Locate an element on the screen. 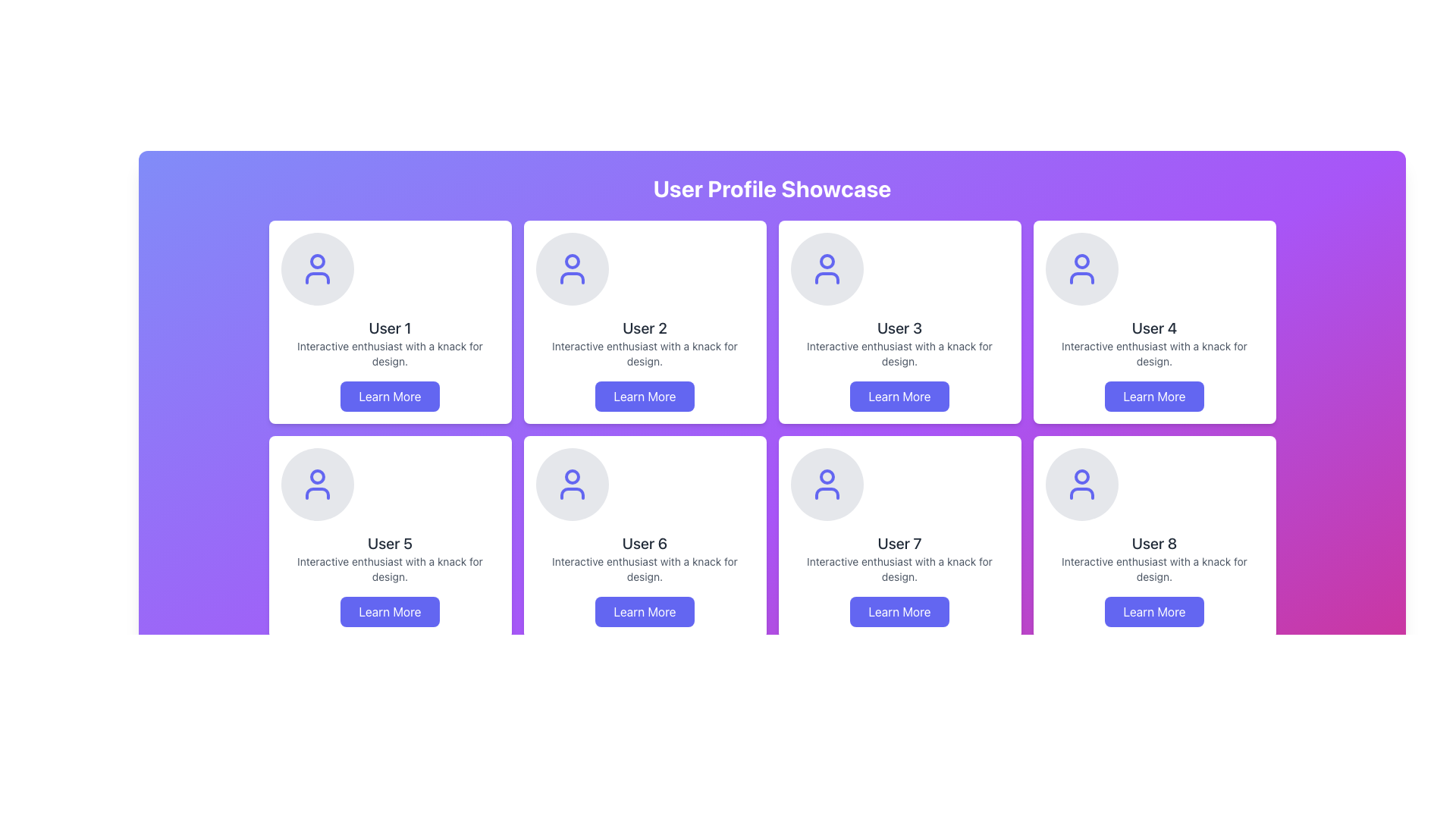 The width and height of the screenshot is (1456, 819). the text element that provides a description or tagline related to the user in the eighth profile card, located below 'User 8' and above the 'Learn More' button is located at coordinates (1153, 570).